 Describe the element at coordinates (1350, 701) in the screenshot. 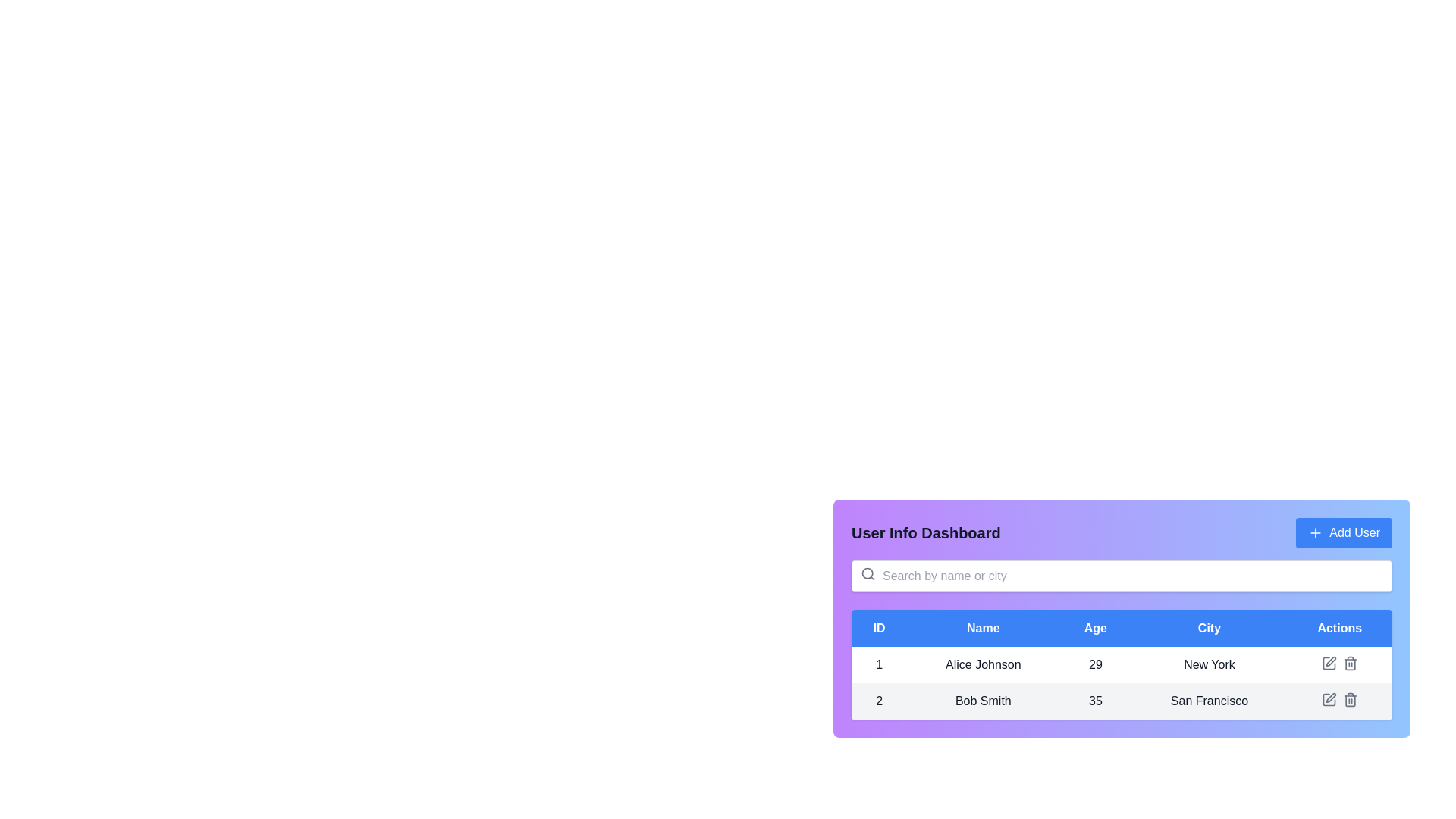

I see `the trash can icon in the 'Actions' column` at that location.